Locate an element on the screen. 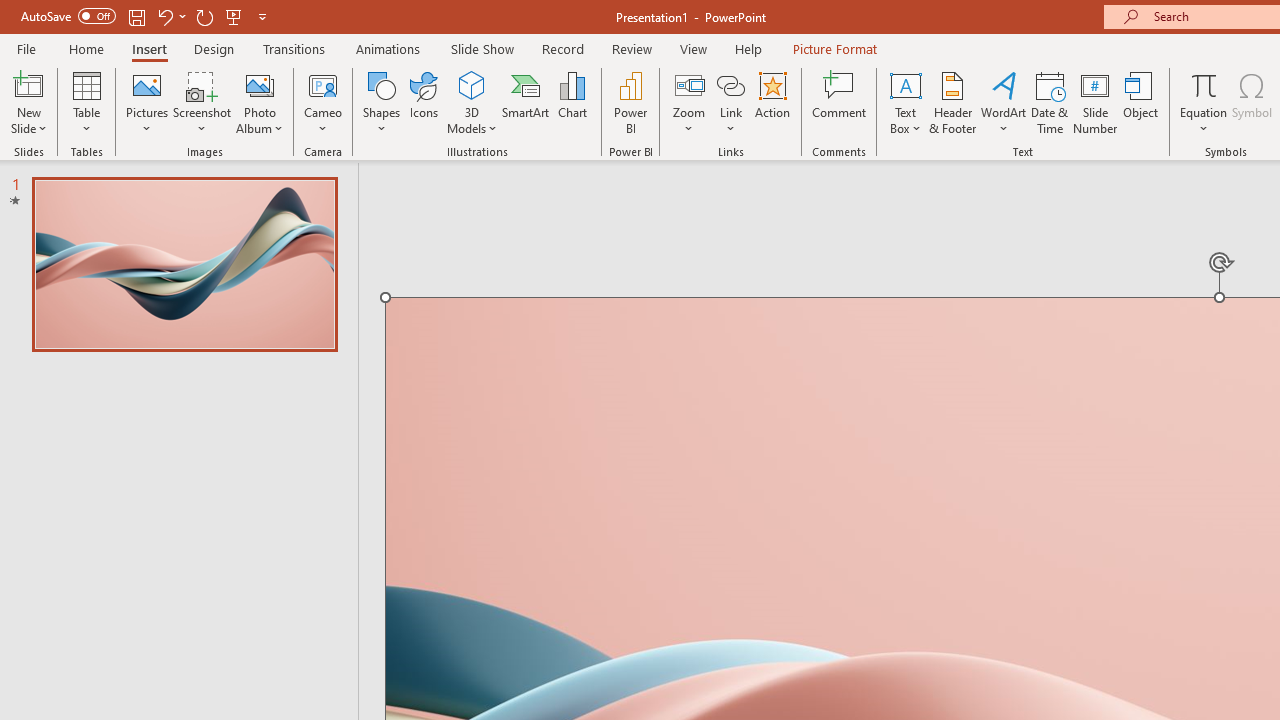  'New Photo Album...' is located at coordinates (258, 84).